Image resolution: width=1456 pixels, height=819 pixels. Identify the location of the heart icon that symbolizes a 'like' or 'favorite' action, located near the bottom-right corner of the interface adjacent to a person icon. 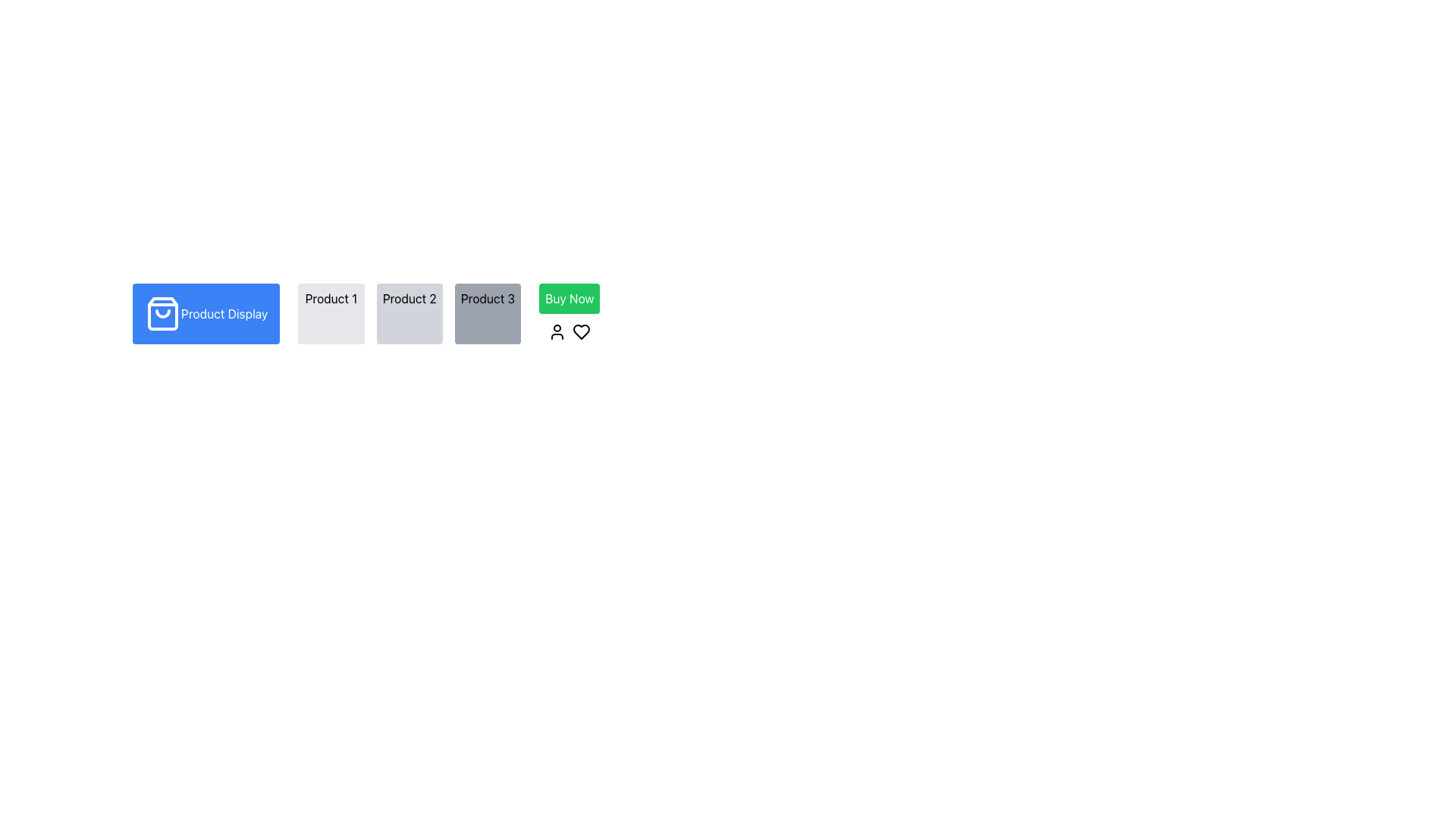
(581, 331).